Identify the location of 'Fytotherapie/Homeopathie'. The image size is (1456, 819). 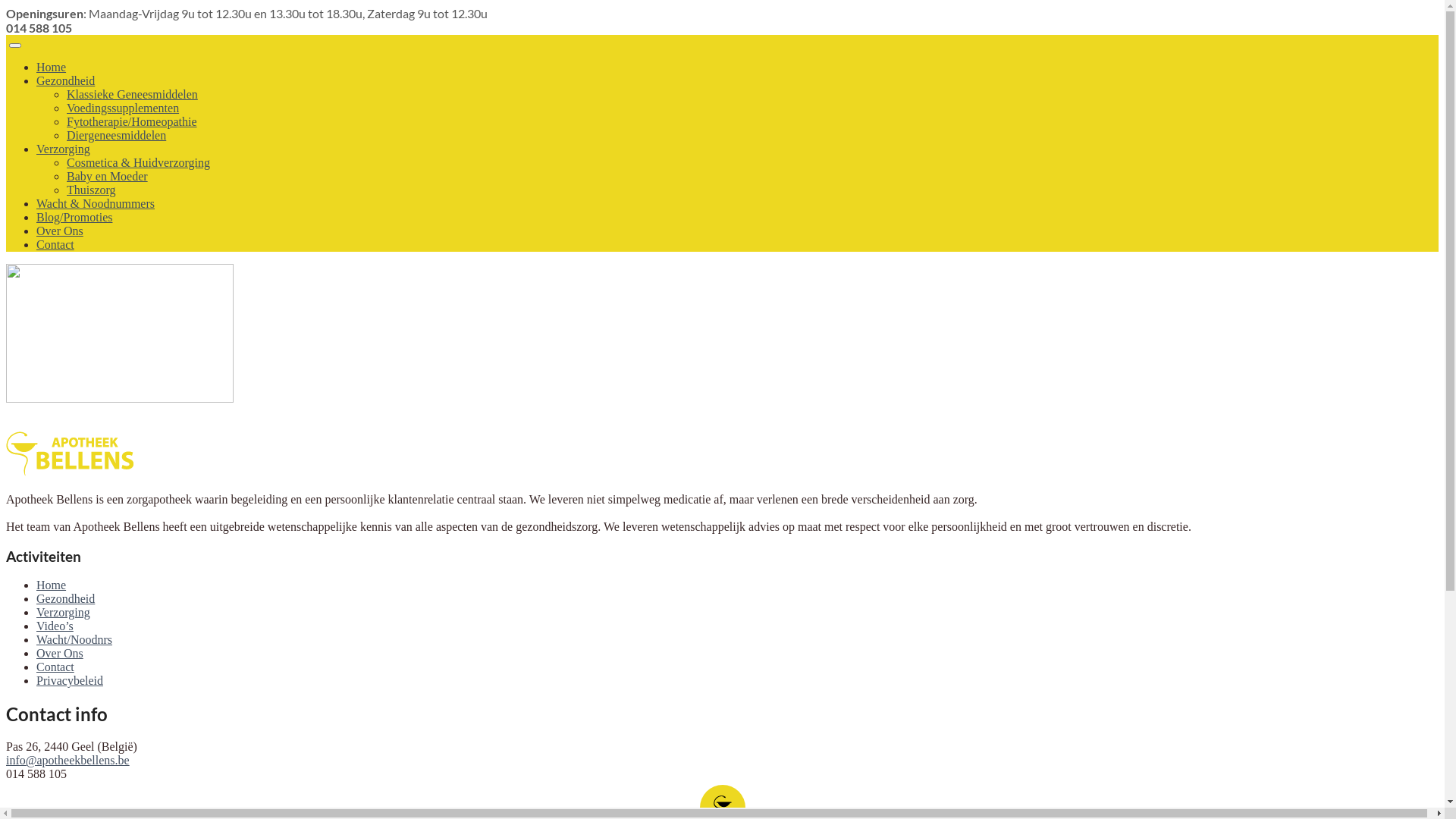
(131, 121).